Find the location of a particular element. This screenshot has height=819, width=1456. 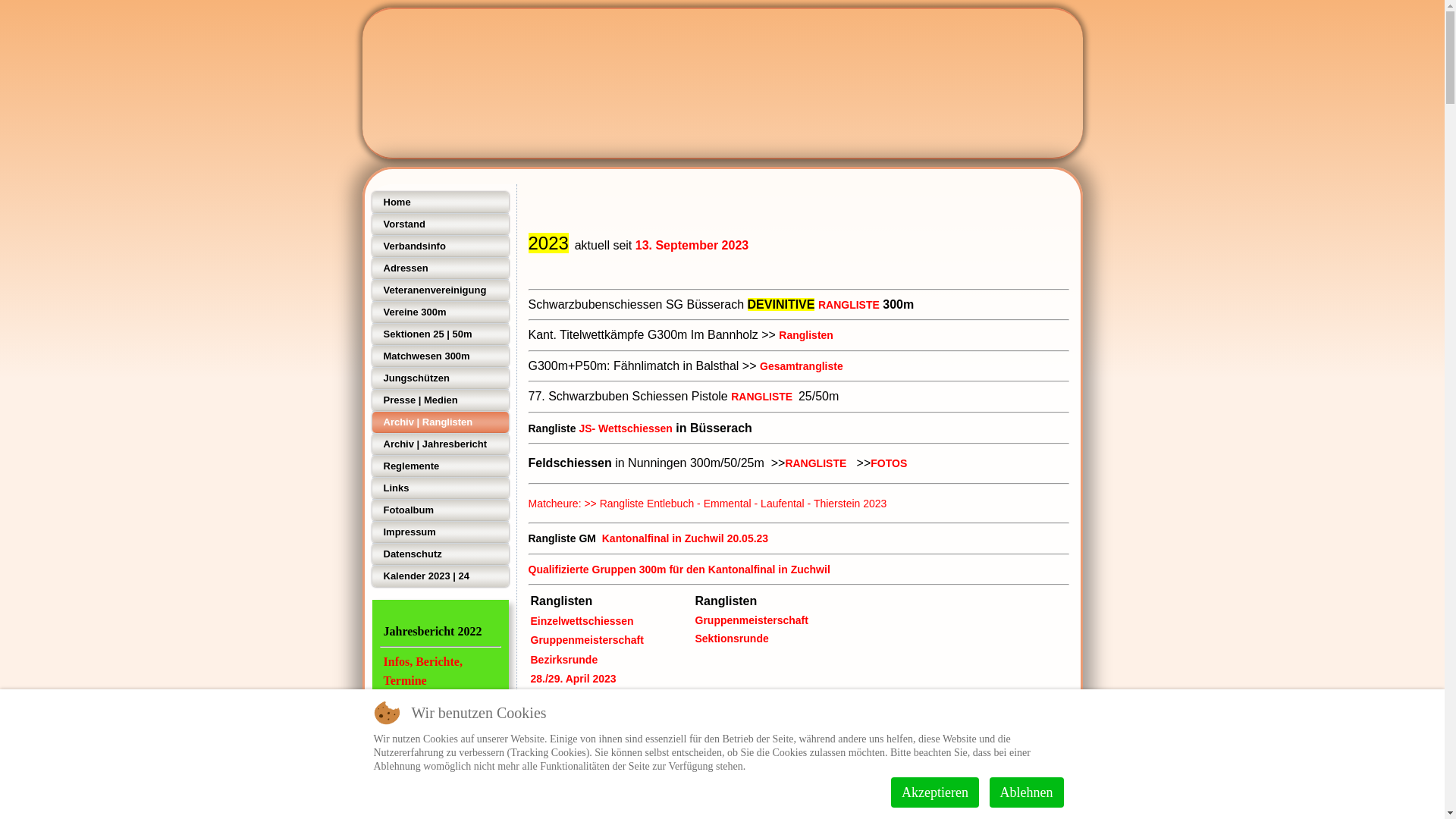

'Reglemente' is located at coordinates (371, 465).